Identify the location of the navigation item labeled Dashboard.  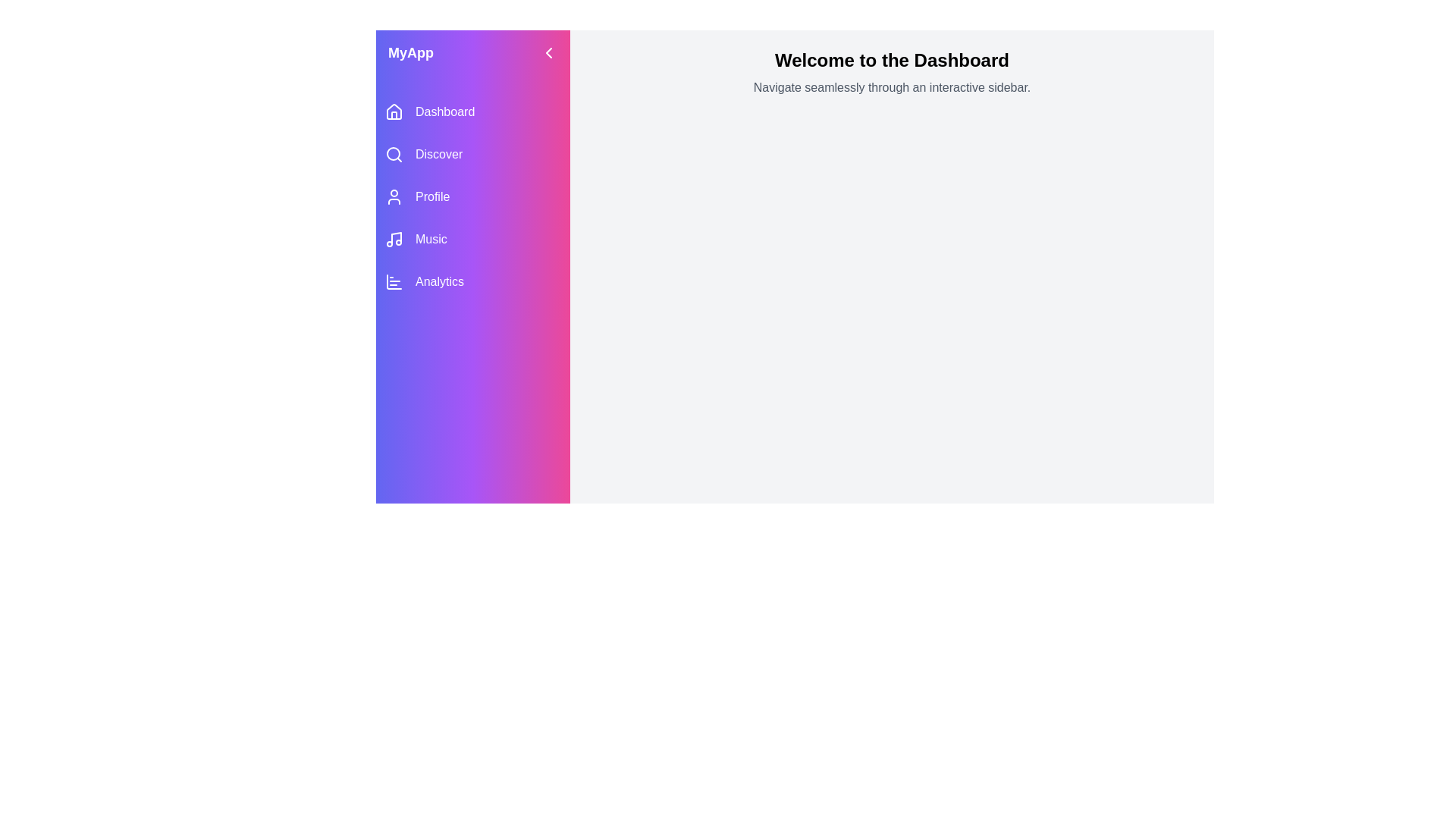
(472, 111).